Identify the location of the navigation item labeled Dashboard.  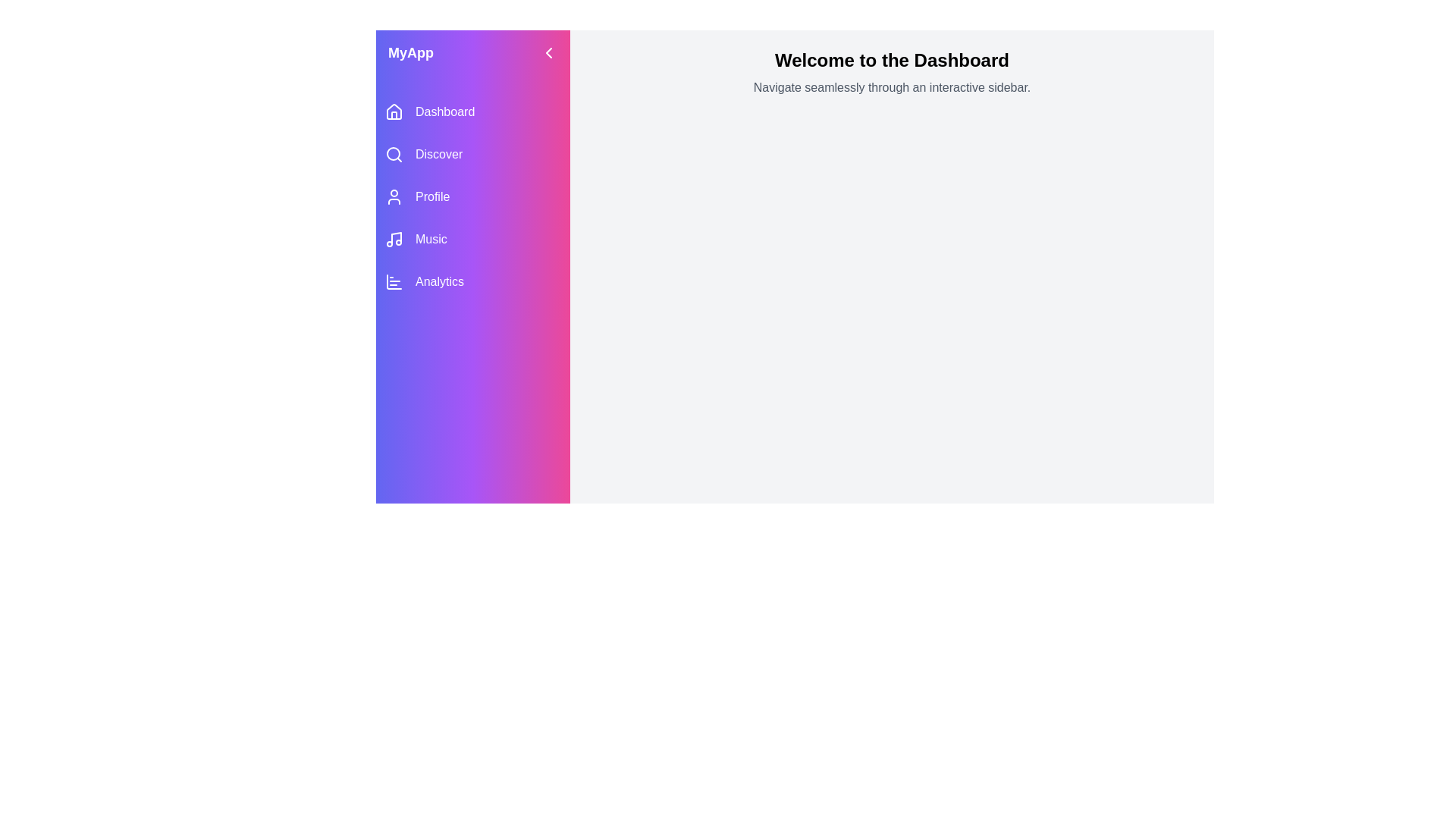
(472, 111).